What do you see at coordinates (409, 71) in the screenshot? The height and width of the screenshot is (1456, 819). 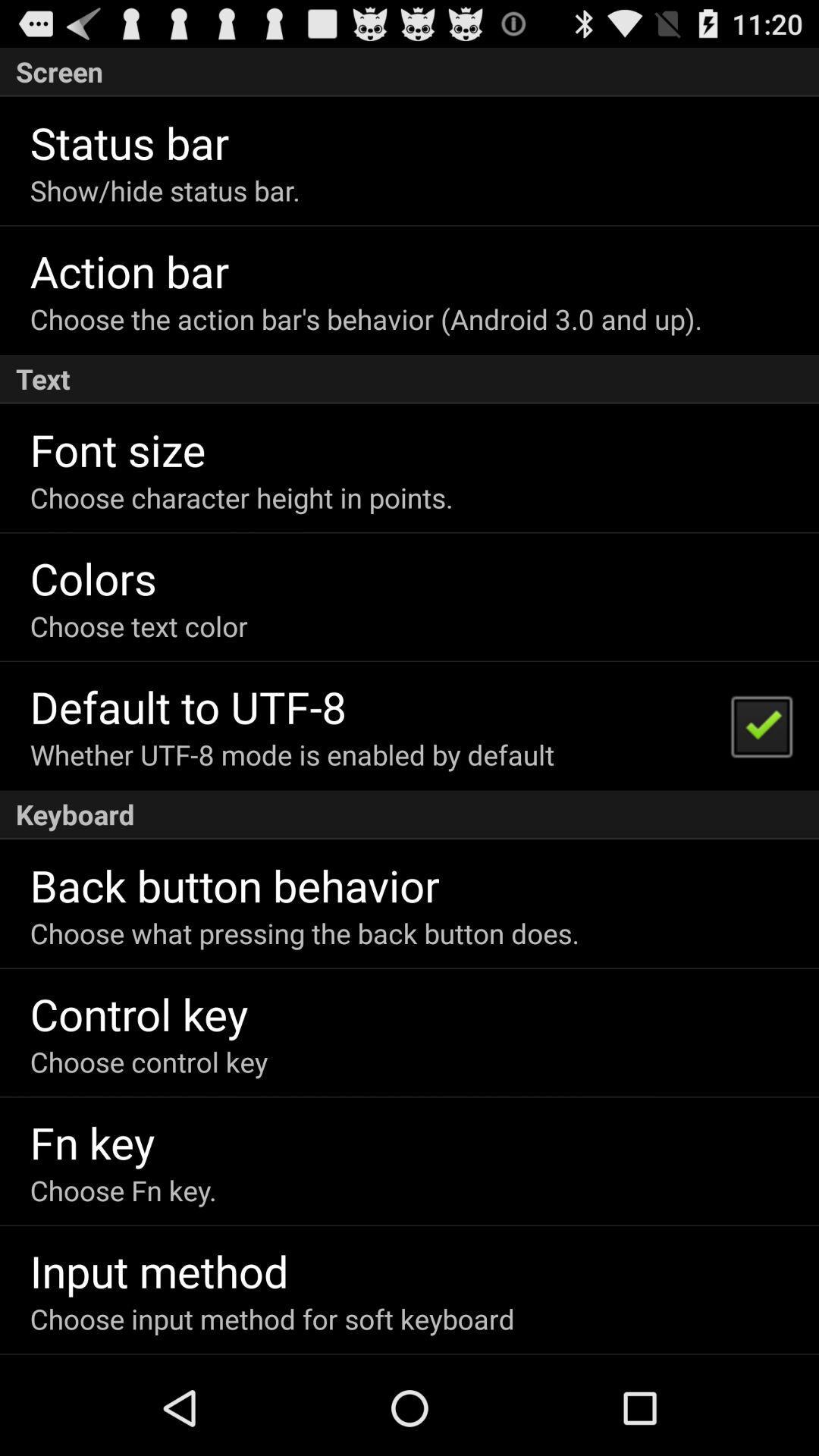 I see `the screen app` at bounding box center [409, 71].